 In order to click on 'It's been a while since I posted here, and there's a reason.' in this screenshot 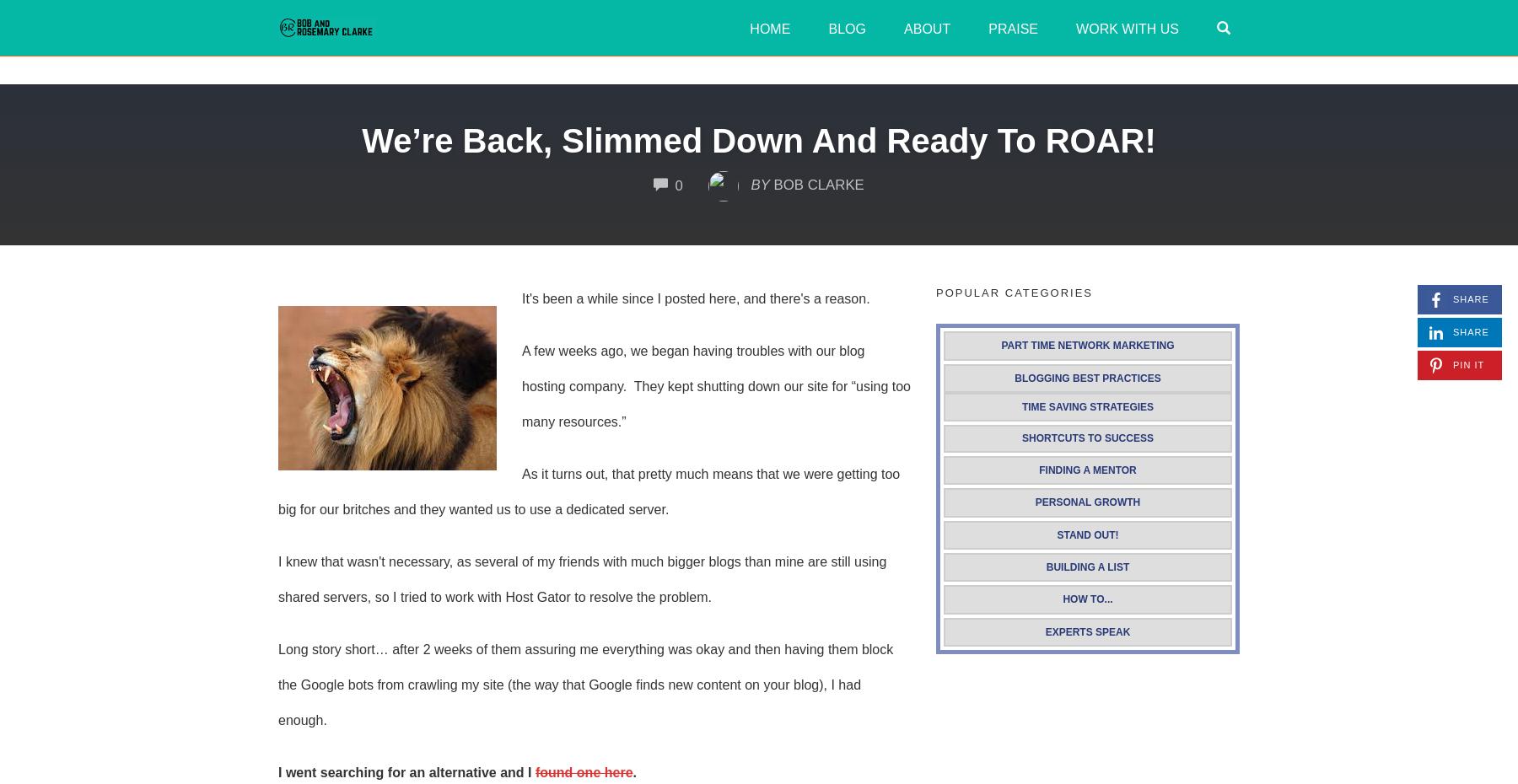, I will do `click(695, 298)`.